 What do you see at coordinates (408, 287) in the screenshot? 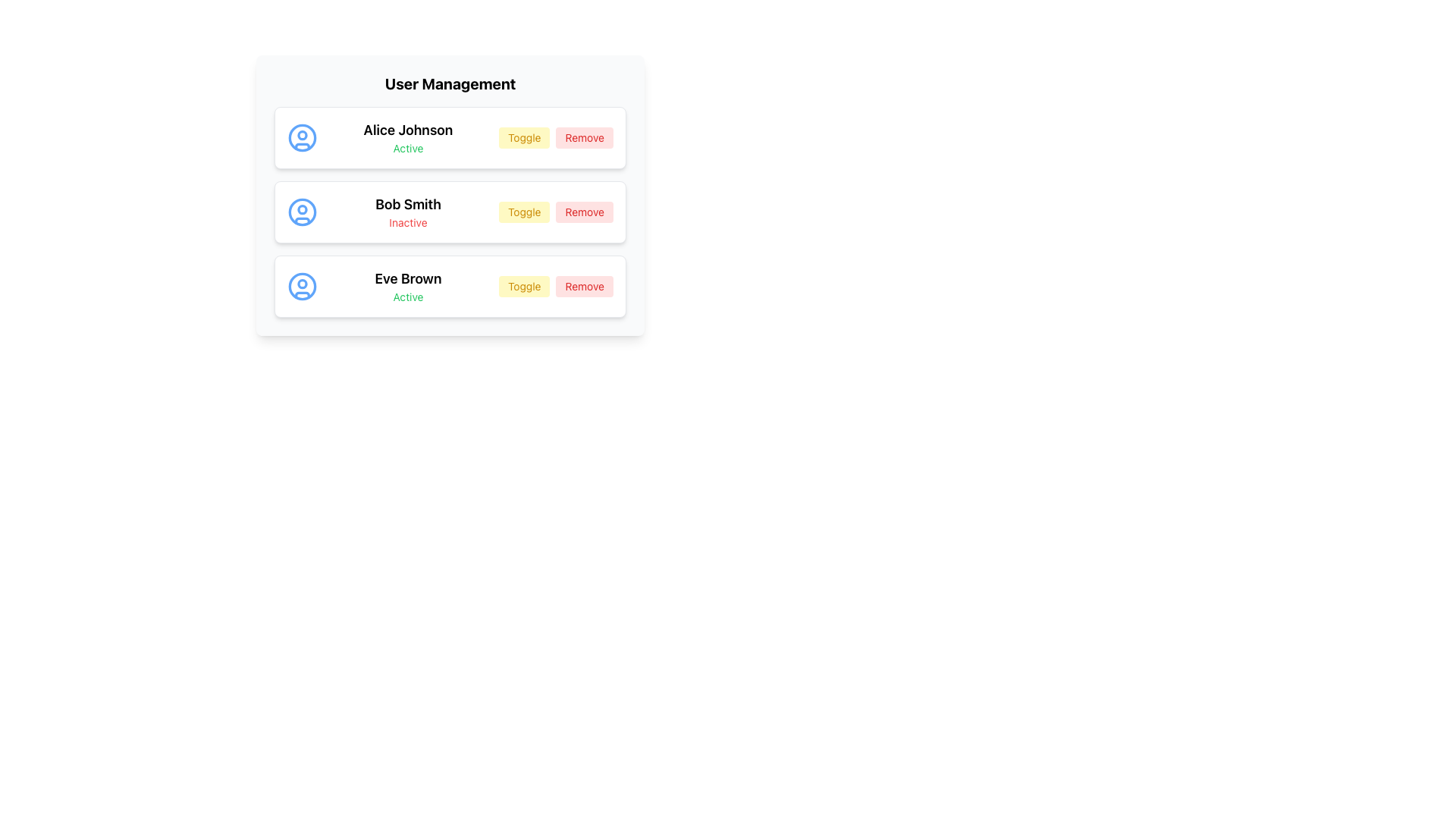
I see `the text display component that shows the user's name 'Eve Brown' and current status 'Active' in the third user card` at bounding box center [408, 287].